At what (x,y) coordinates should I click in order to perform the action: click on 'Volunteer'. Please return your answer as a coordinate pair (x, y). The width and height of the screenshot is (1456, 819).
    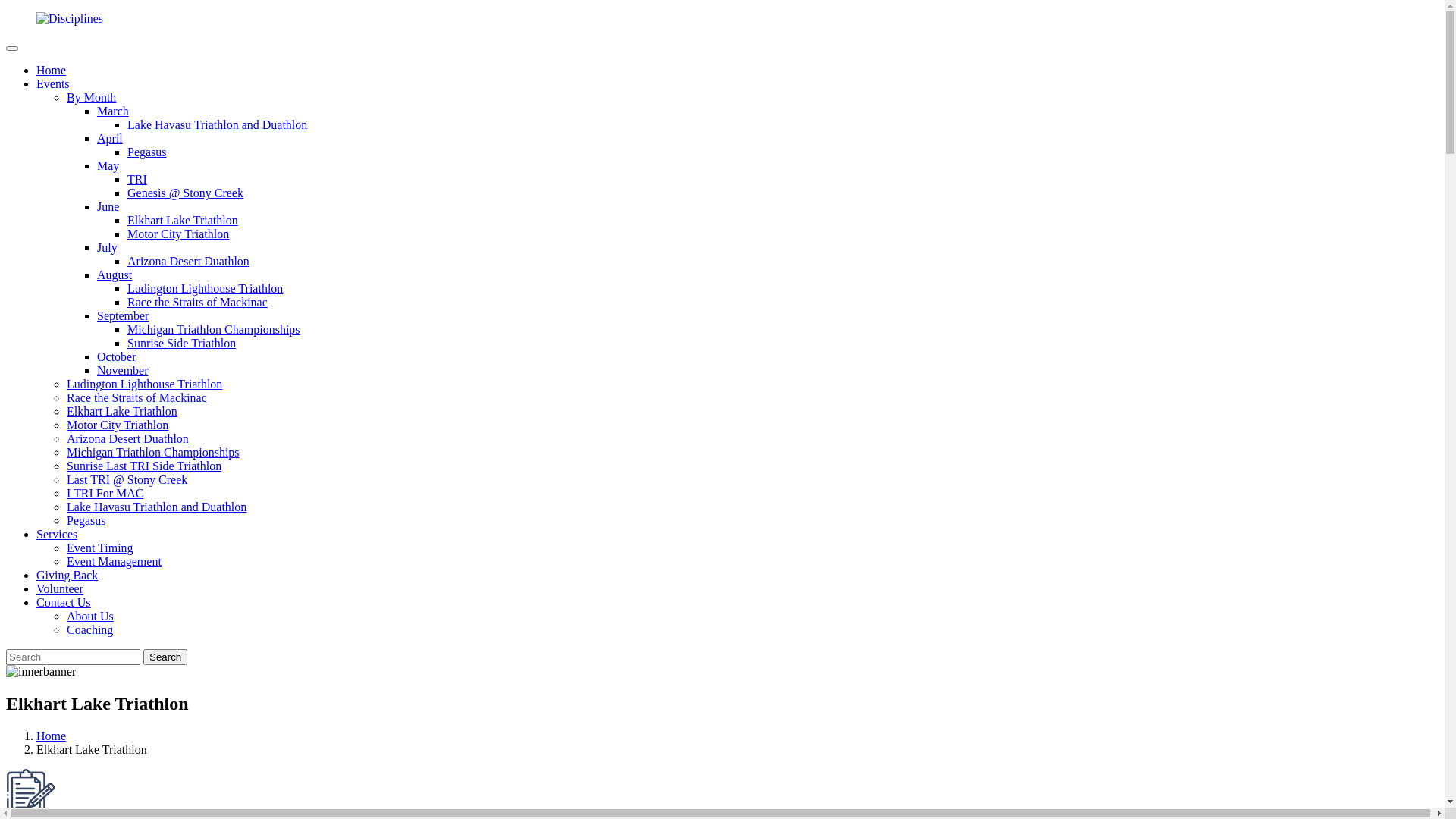
    Looking at the image, I should click on (59, 588).